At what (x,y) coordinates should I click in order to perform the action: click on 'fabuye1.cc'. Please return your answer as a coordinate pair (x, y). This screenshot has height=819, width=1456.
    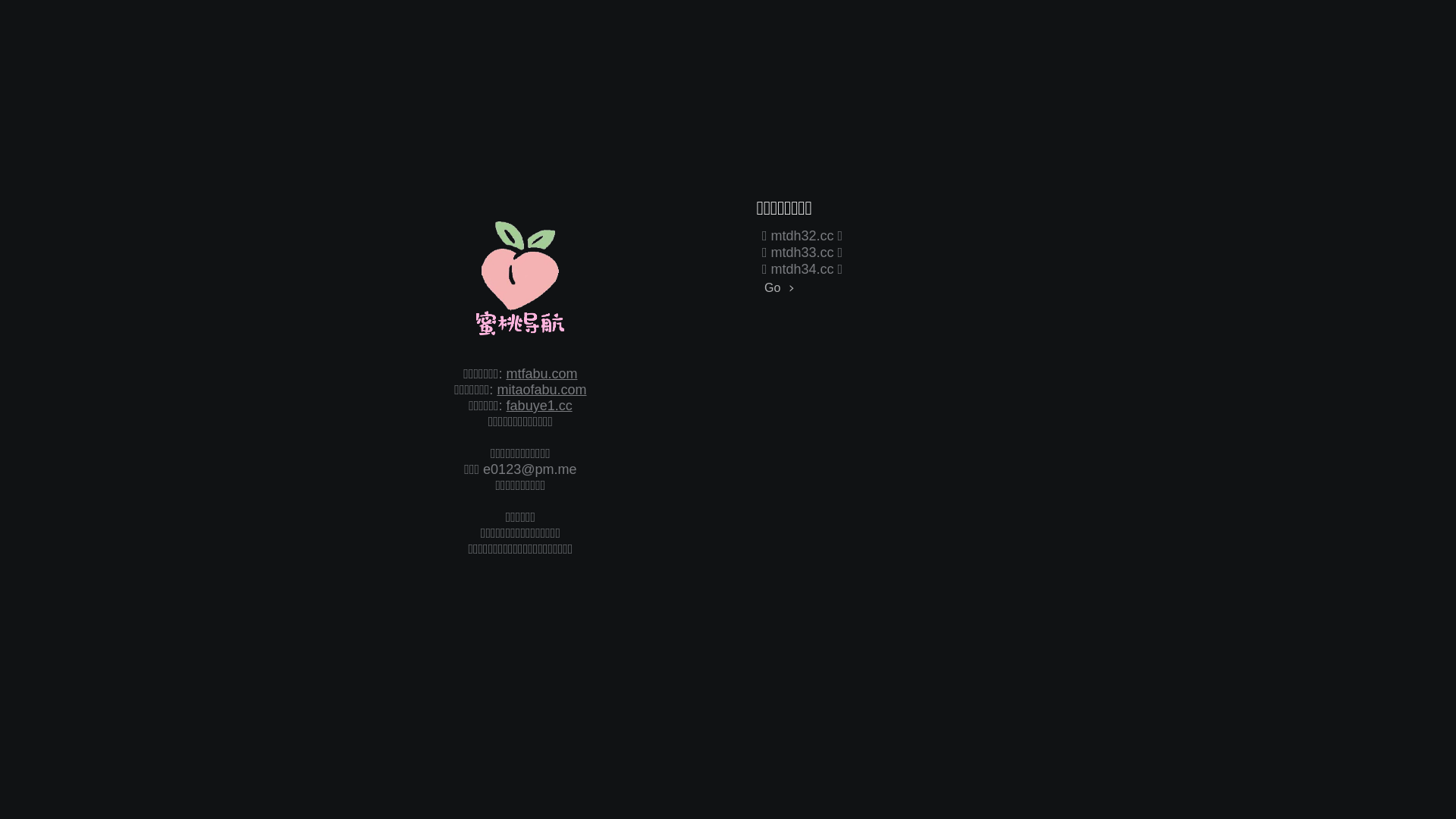
    Looking at the image, I should click on (539, 405).